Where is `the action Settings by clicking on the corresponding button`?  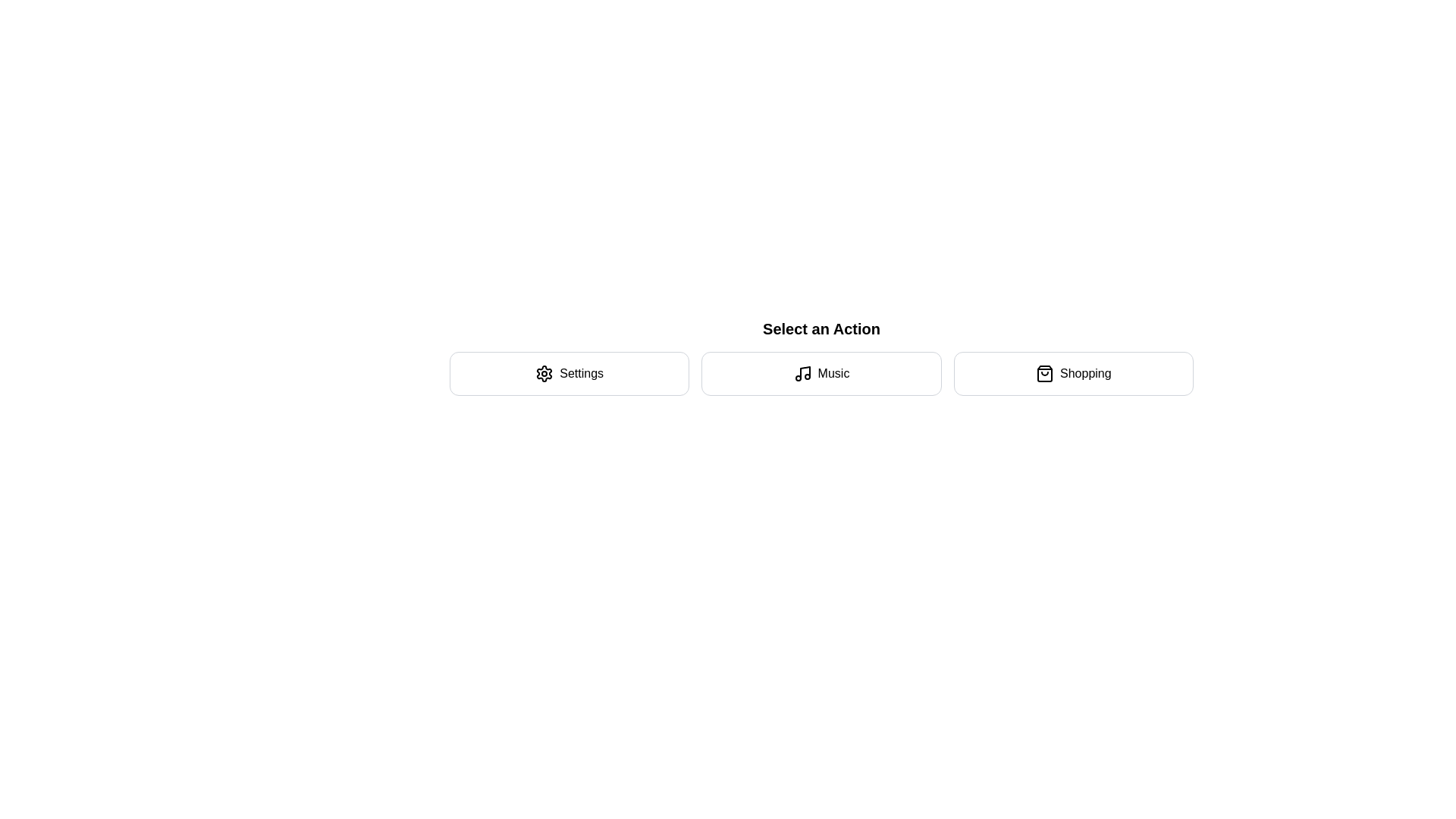
the action Settings by clicking on the corresponding button is located at coordinates (568, 374).